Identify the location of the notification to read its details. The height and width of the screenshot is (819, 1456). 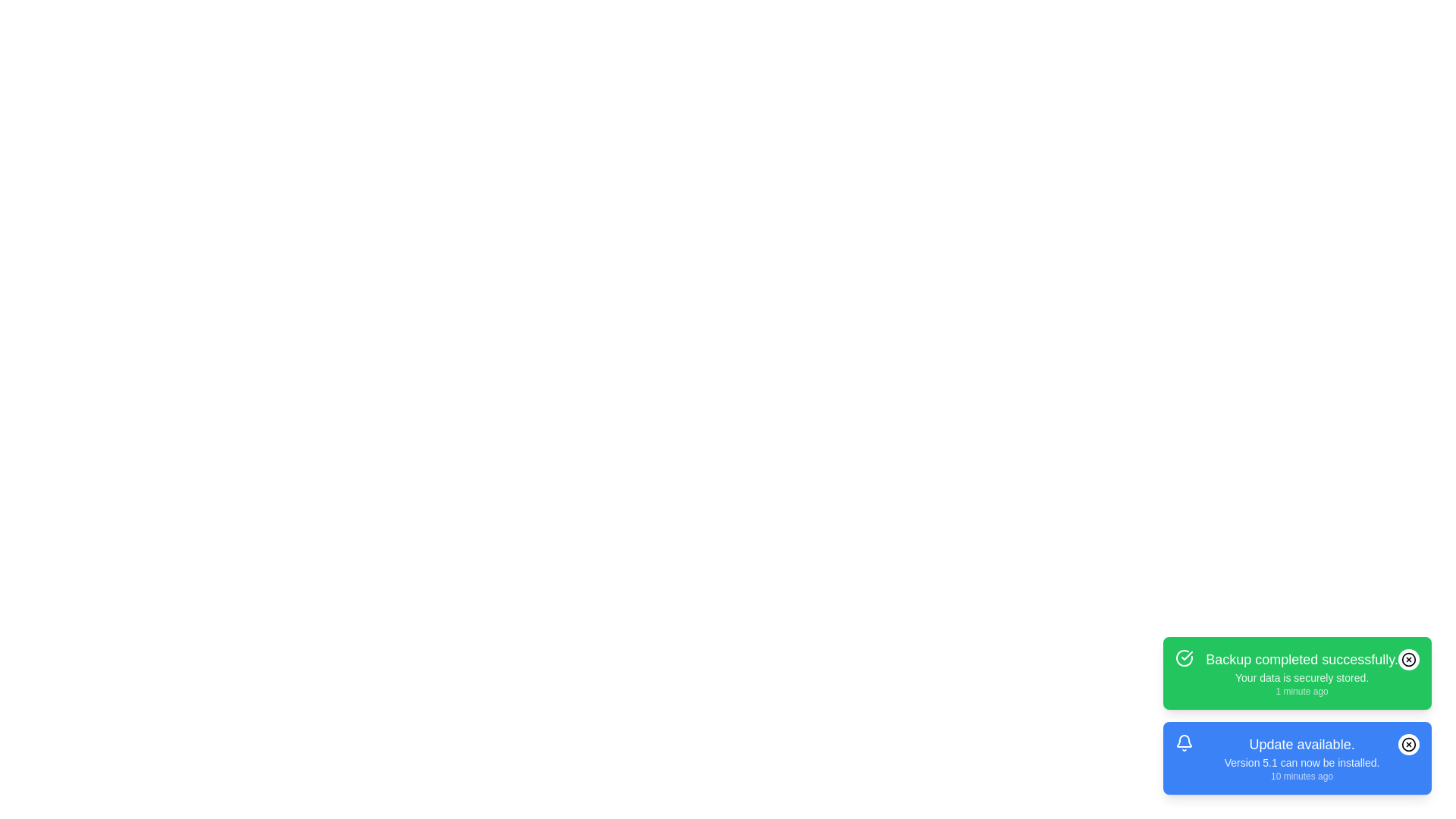
(1301, 672).